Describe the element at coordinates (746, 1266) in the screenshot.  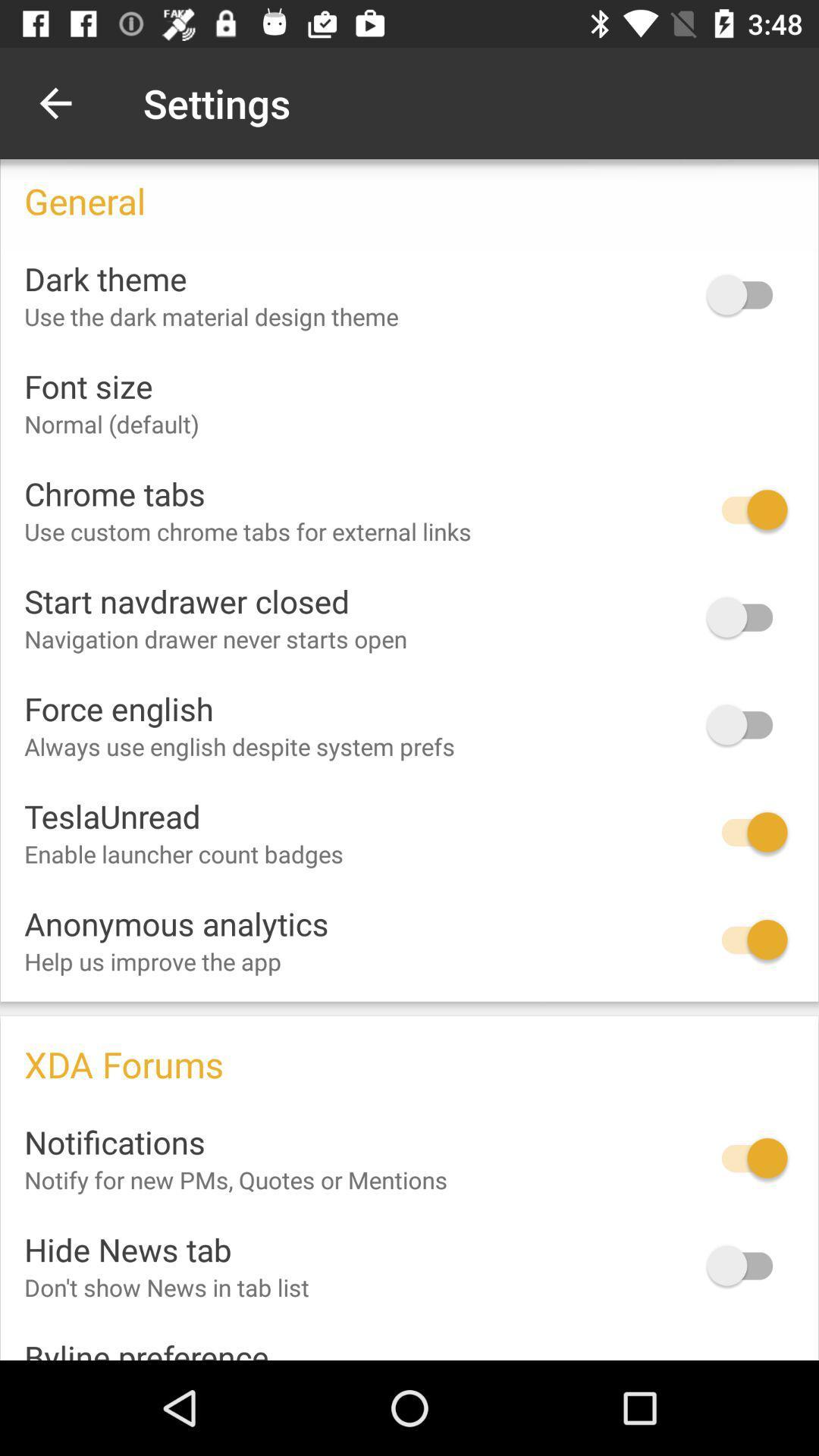
I see `on hide news tab` at that location.